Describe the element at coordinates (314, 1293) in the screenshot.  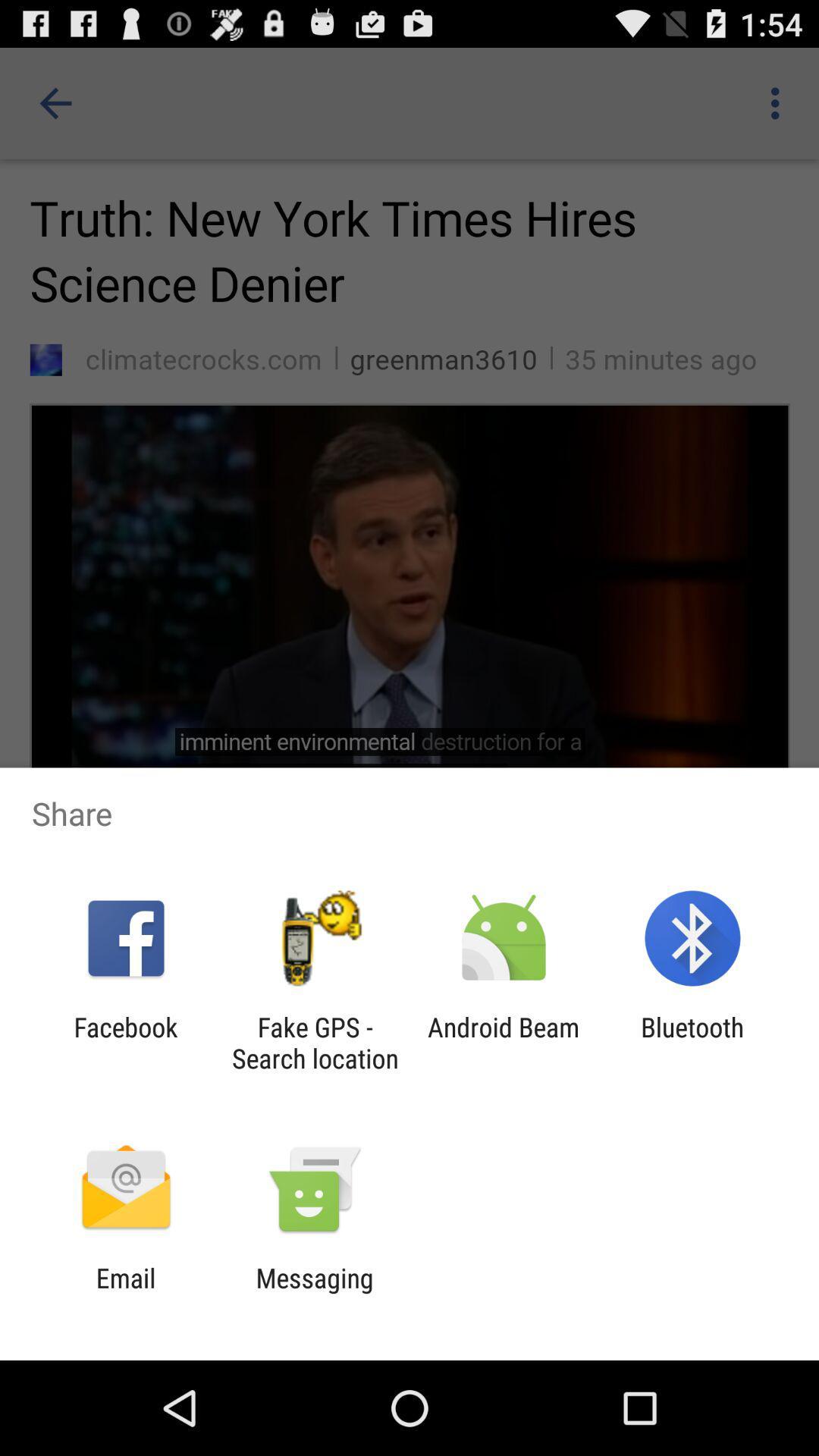
I see `app to the right of the email` at that location.